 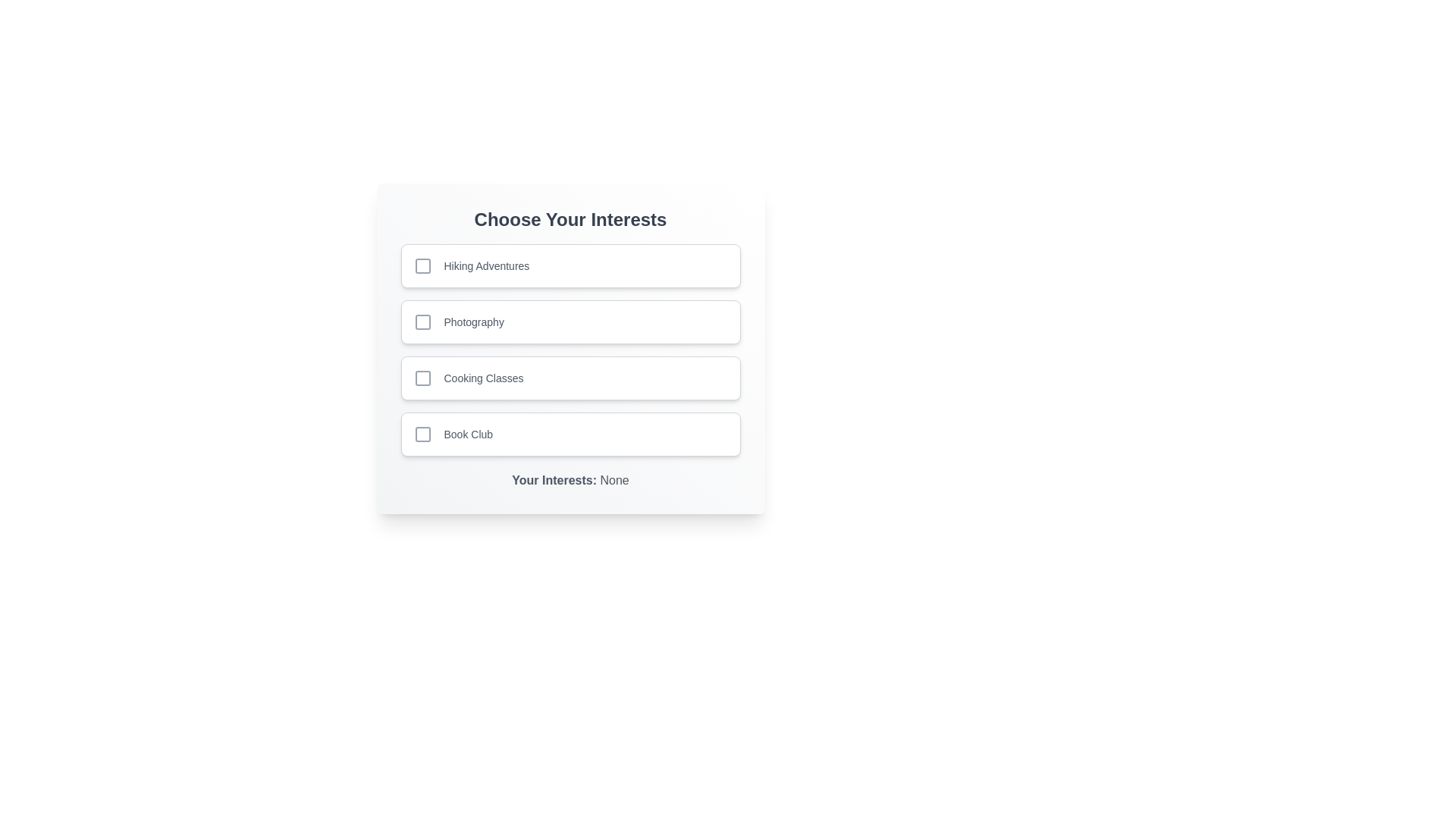 I want to click on the 'Hiking Adventures' text label to provide user feedback regarding the selectable option, so click(x=486, y=265).